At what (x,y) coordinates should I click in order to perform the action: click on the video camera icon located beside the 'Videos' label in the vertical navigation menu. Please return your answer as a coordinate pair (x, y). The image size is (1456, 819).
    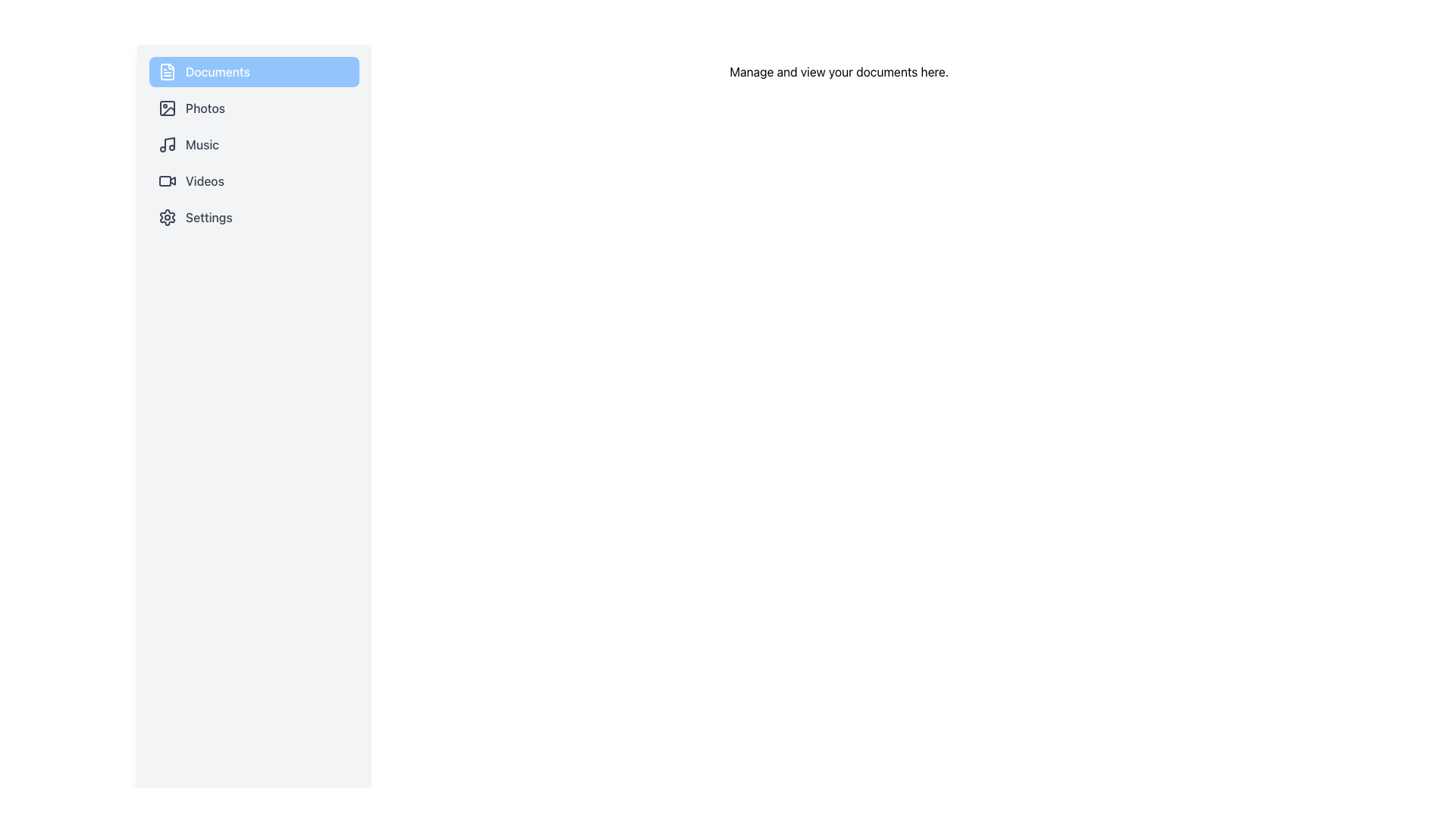
    Looking at the image, I should click on (167, 180).